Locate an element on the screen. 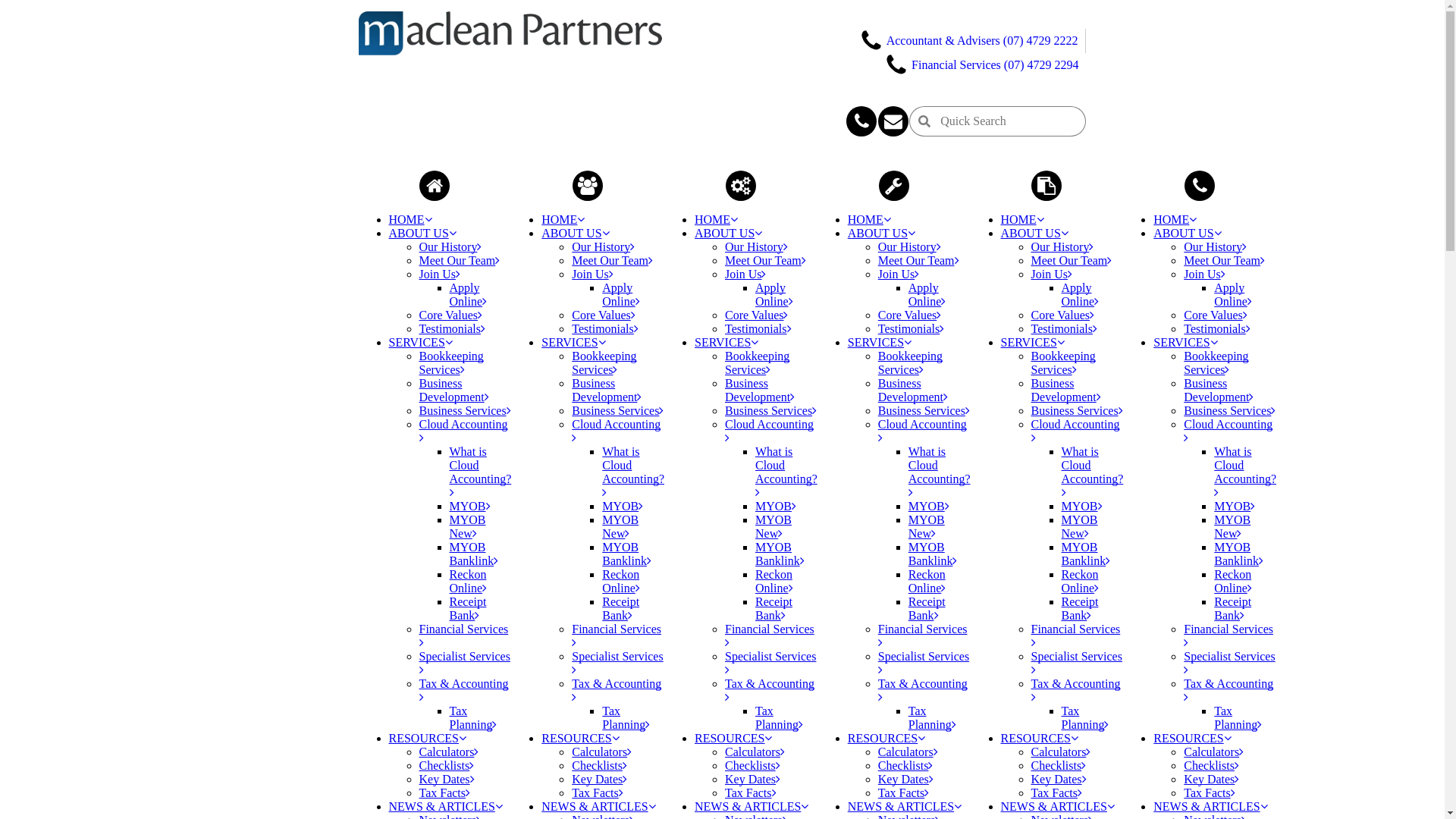  'Checklists' is located at coordinates (752, 765).